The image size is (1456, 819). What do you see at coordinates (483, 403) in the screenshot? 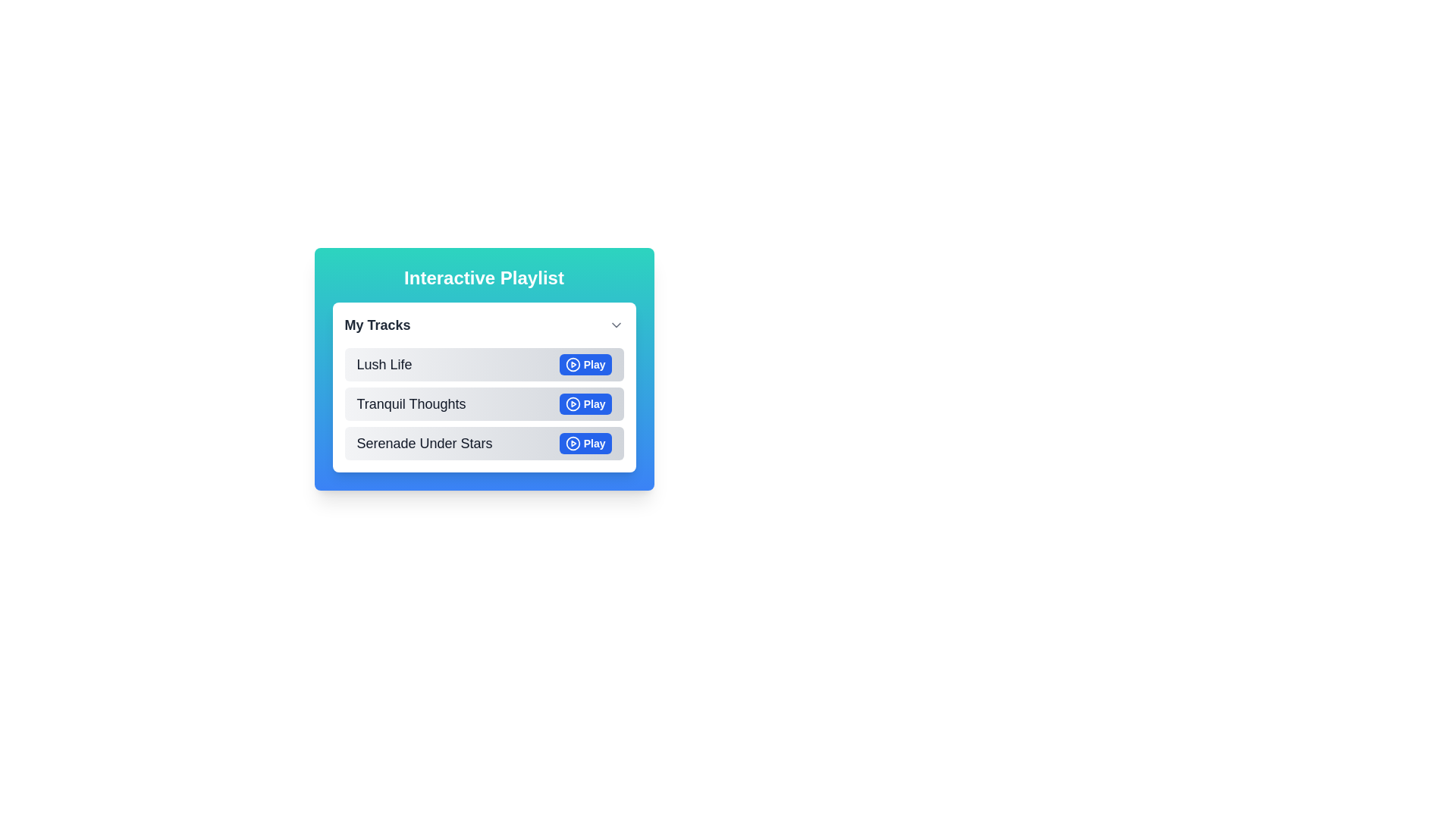
I see `the second track item titled 'Tranquil Thoughts' in the playlist by clicking on it` at bounding box center [483, 403].